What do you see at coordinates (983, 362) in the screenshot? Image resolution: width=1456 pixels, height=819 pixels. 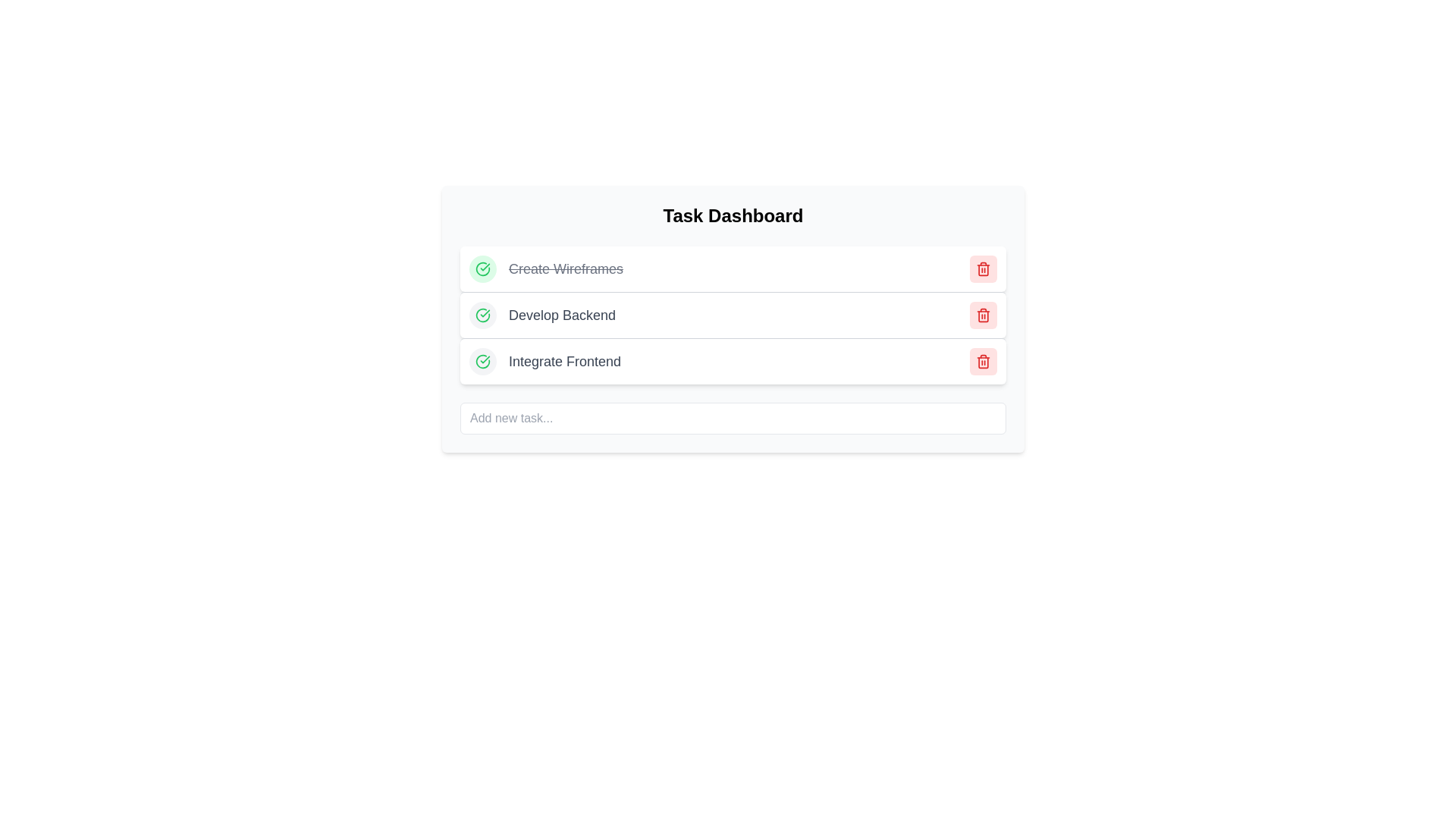 I see `the red trash icon button located in the rightmost side of the third row of the task list, adjacent to the text 'Integrate Frontend', to trigger hover effects` at bounding box center [983, 362].